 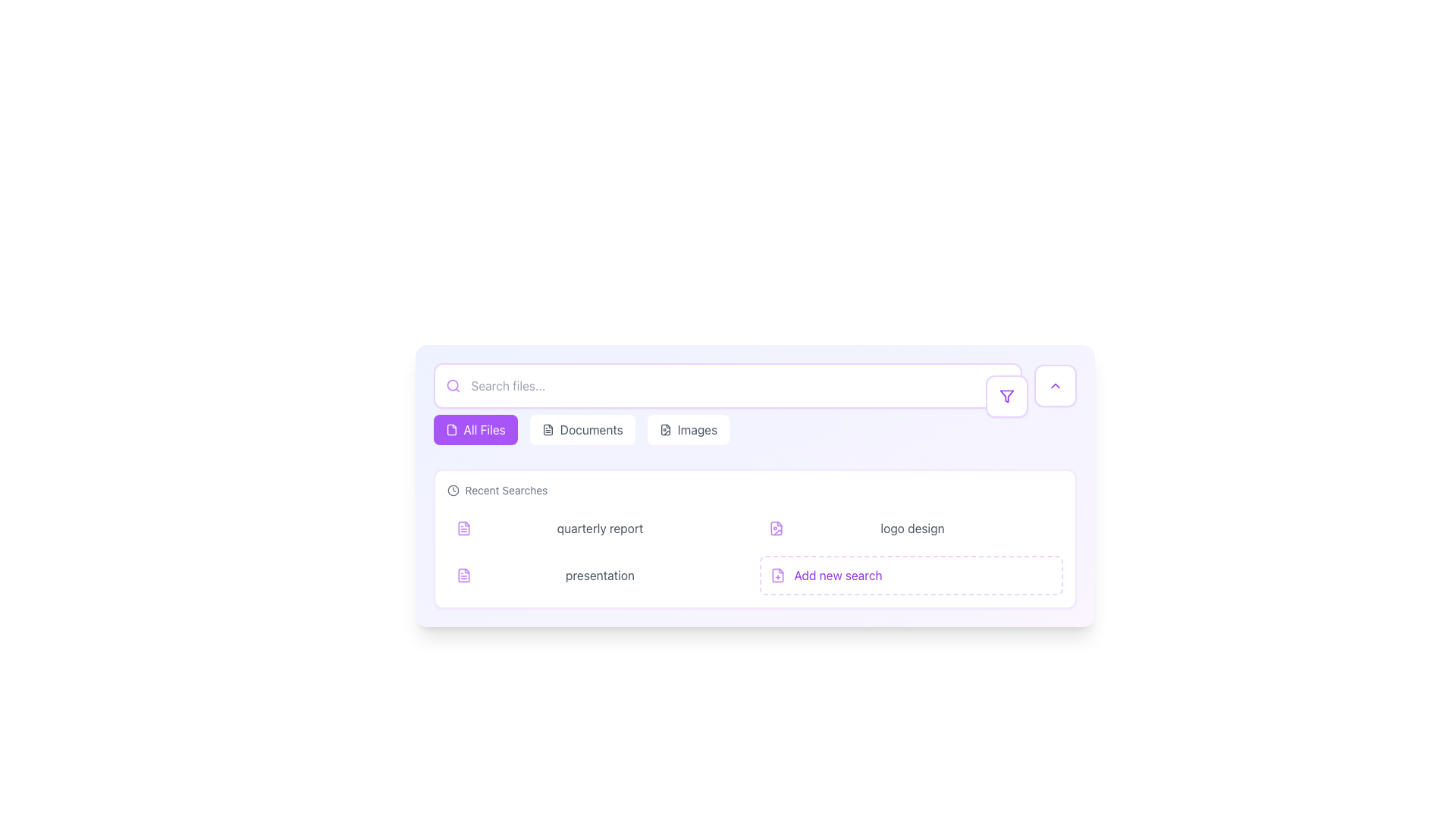 What do you see at coordinates (776, 528) in the screenshot?
I see `the 'logo design' search entry icon located in the 'Recent Searches' section, positioned between 'quarterly report' and 'logo design'` at bounding box center [776, 528].